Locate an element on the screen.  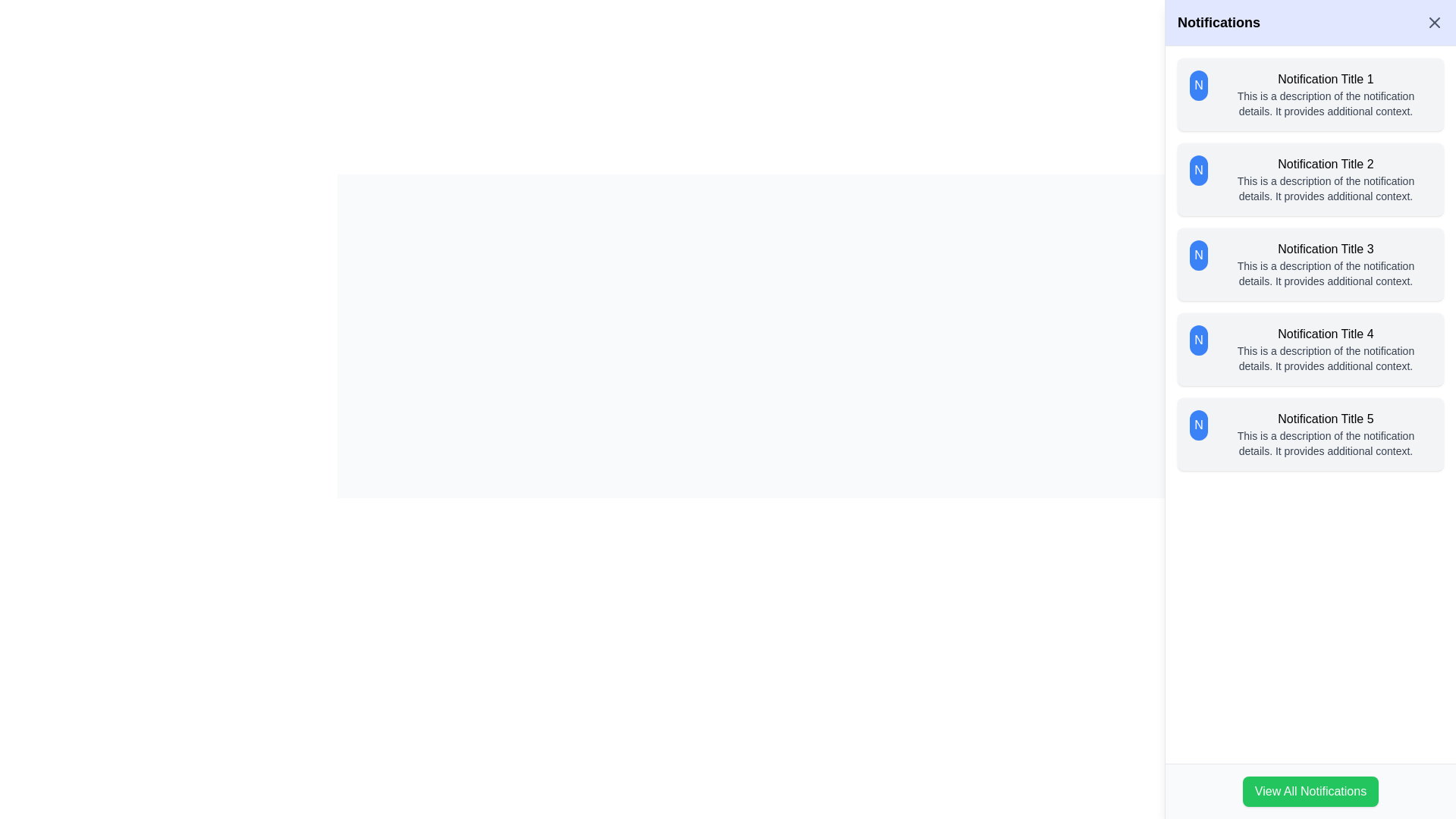
the Text content block in the notifications panel that contains a title and description, located in the fourth position from the top, with a light-gray background and a circular blue icon with a white letter 'N' on the left is located at coordinates (1325, 350).